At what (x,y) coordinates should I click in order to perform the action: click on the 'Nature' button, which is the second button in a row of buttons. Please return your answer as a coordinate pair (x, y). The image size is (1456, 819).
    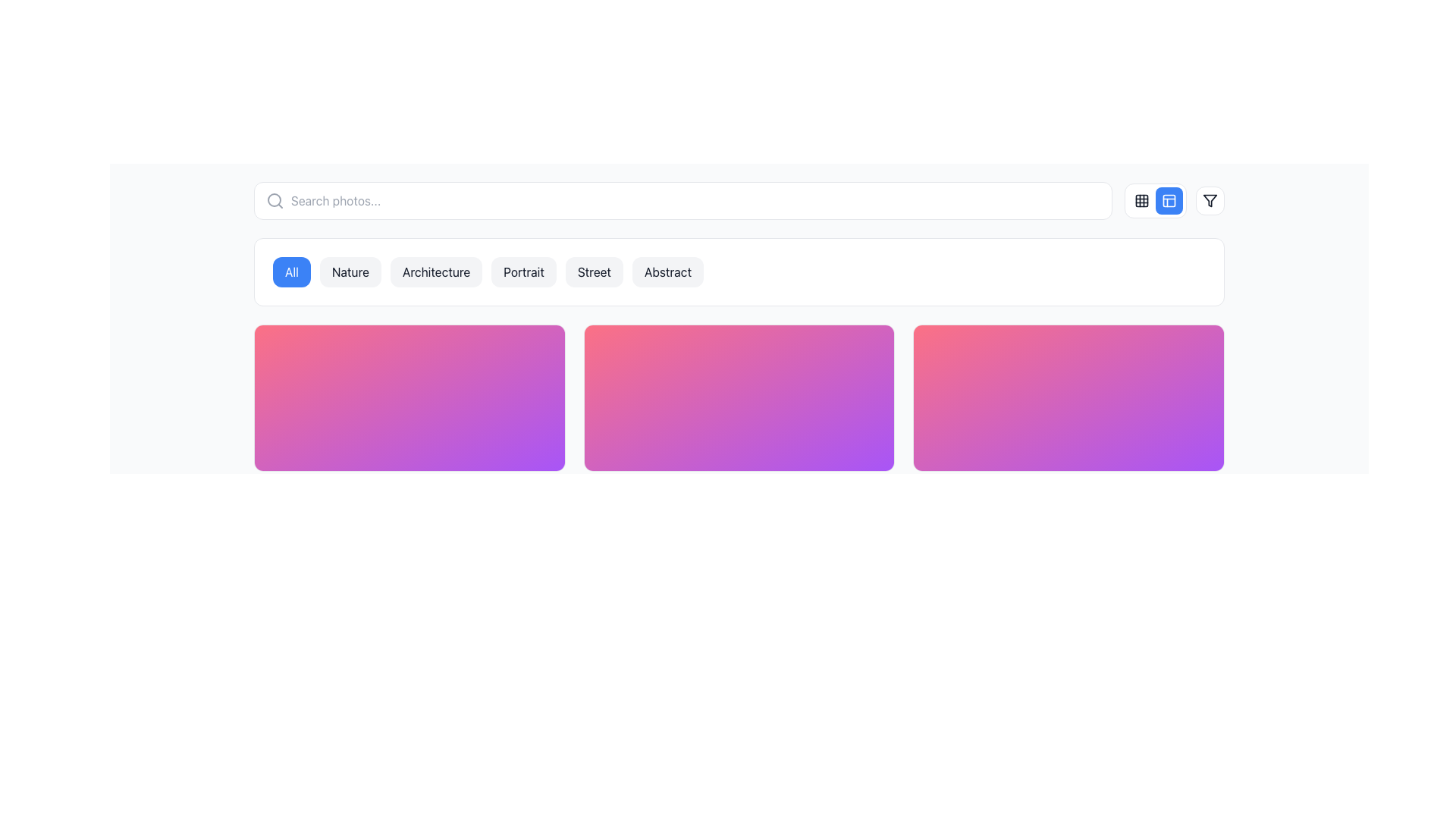
    Looking at the image, I should click on (350, 271).